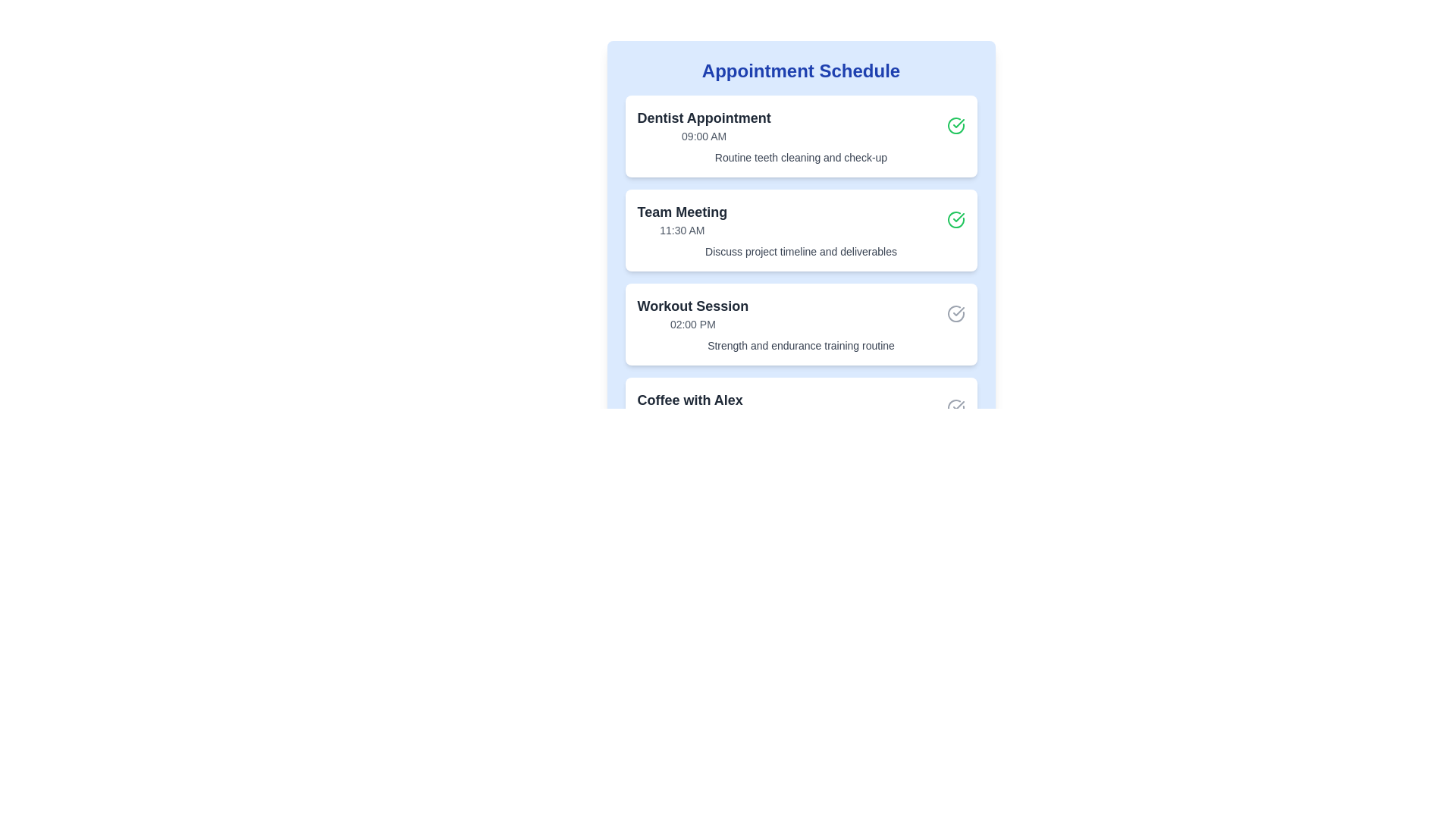  I want to click on the entries of the Appointment Schedule list, which is located beneath the header and displays scheduled appointments such as 'Dentist Appointment', 'Team Meeting', 'Workout Session', and 'Coffee with Alex', so click(800, 278).